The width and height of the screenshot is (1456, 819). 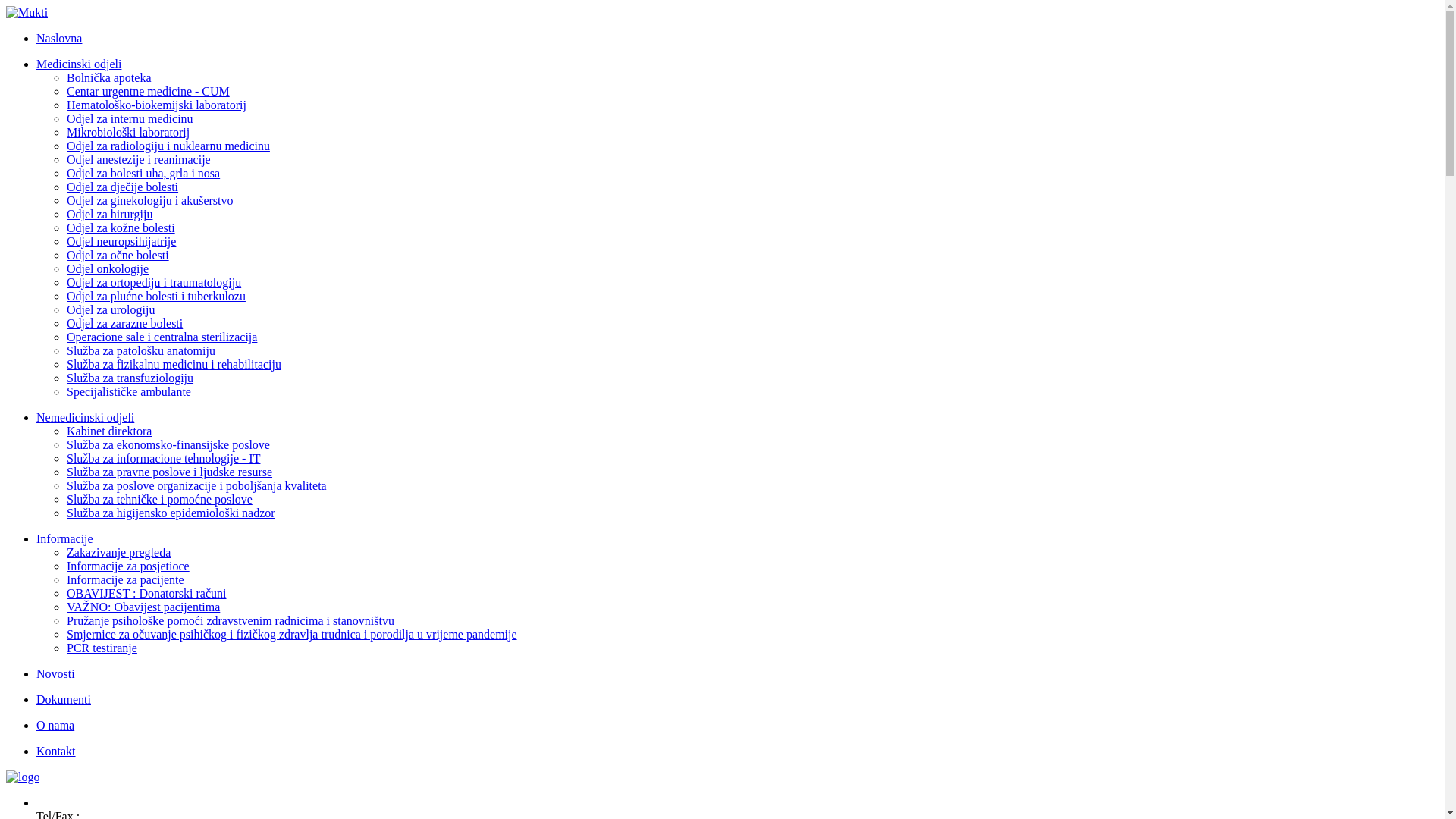 I want to click on 'Odjel za ortopediju i traumatologiju', so click(x=153, y=282).